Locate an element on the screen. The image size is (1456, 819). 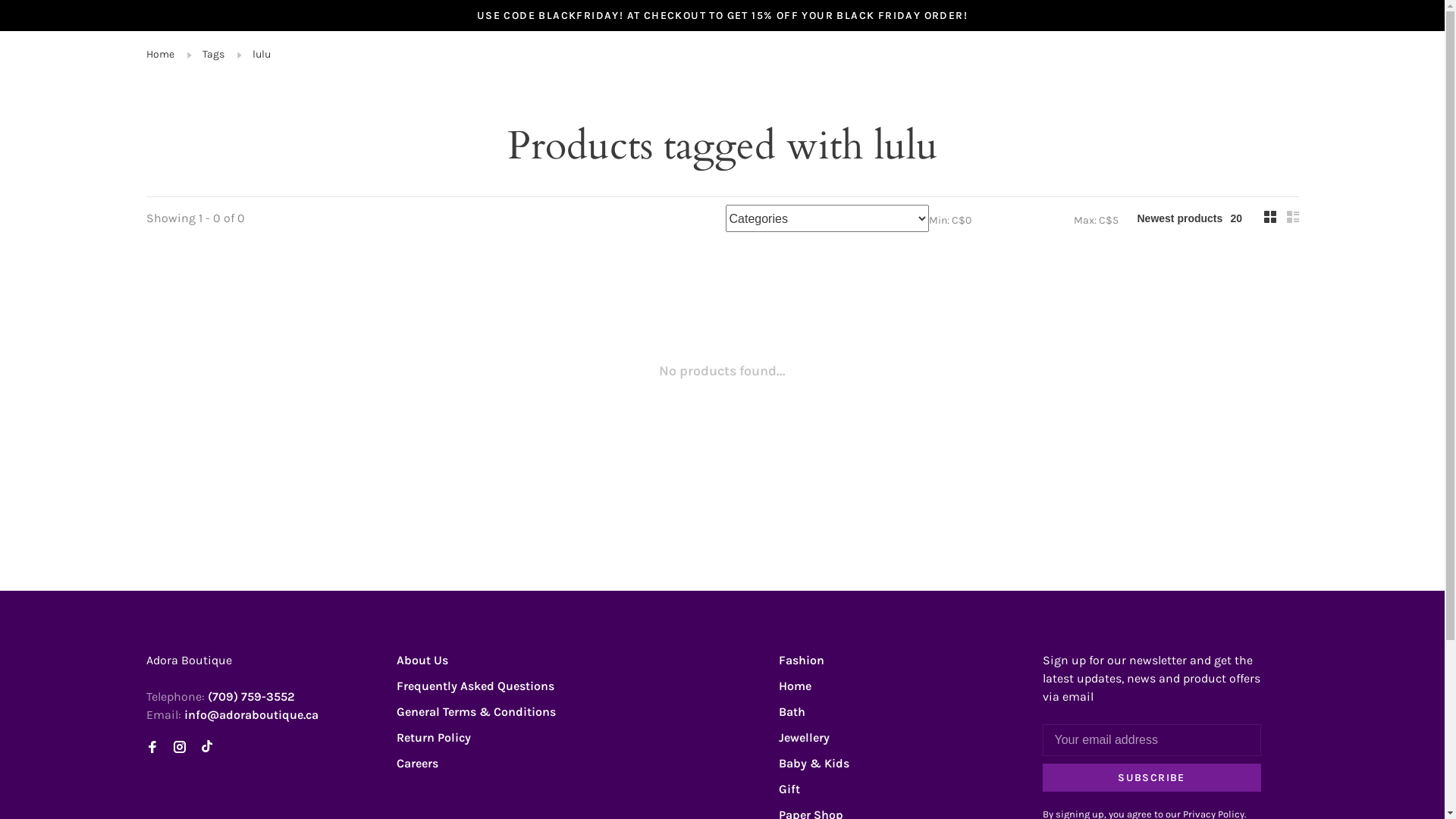
'Facebook' is located at coordinates (146, 747).